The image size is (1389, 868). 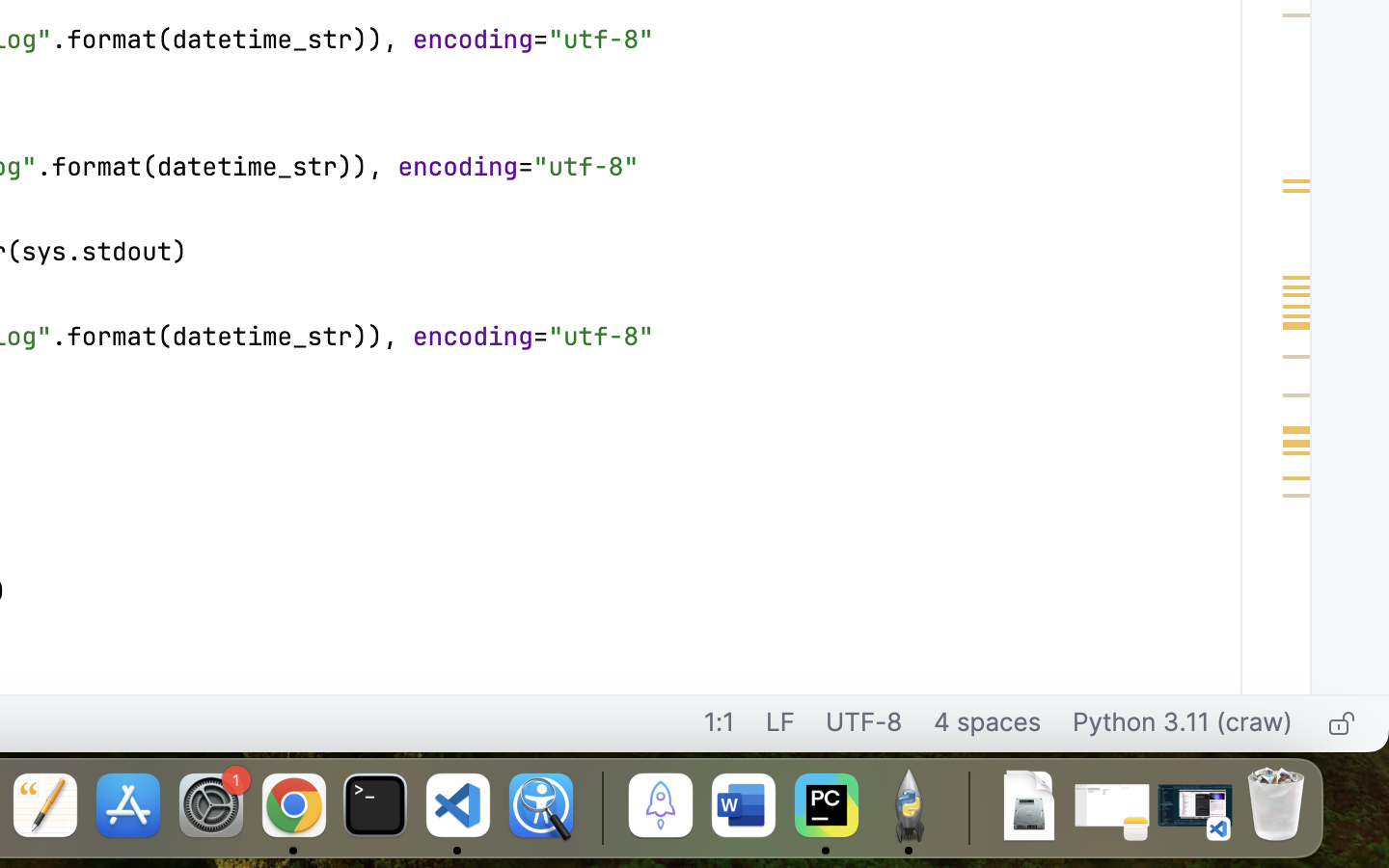 I want to click on '1:1', so click(x=719, y=722).